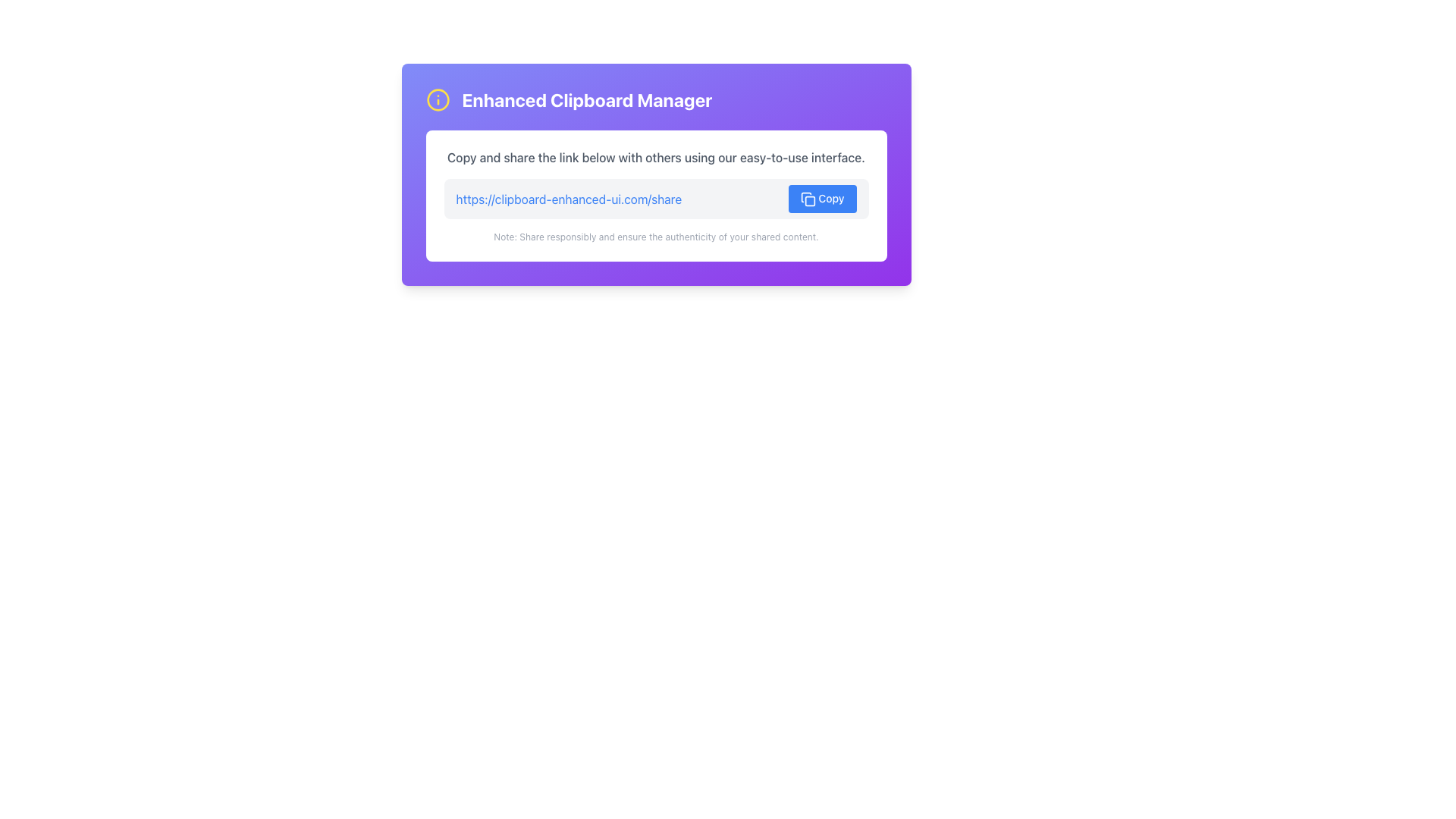 The height and width of the screenshot is (819, 1456). Describe the element at coordinates (437, 99) in the screenshot. I see `the circular icon styled in yellow with an outlined circle and a vertical line inside, positioned before the text 'Enhanced Clipboard Manager'` at that location.